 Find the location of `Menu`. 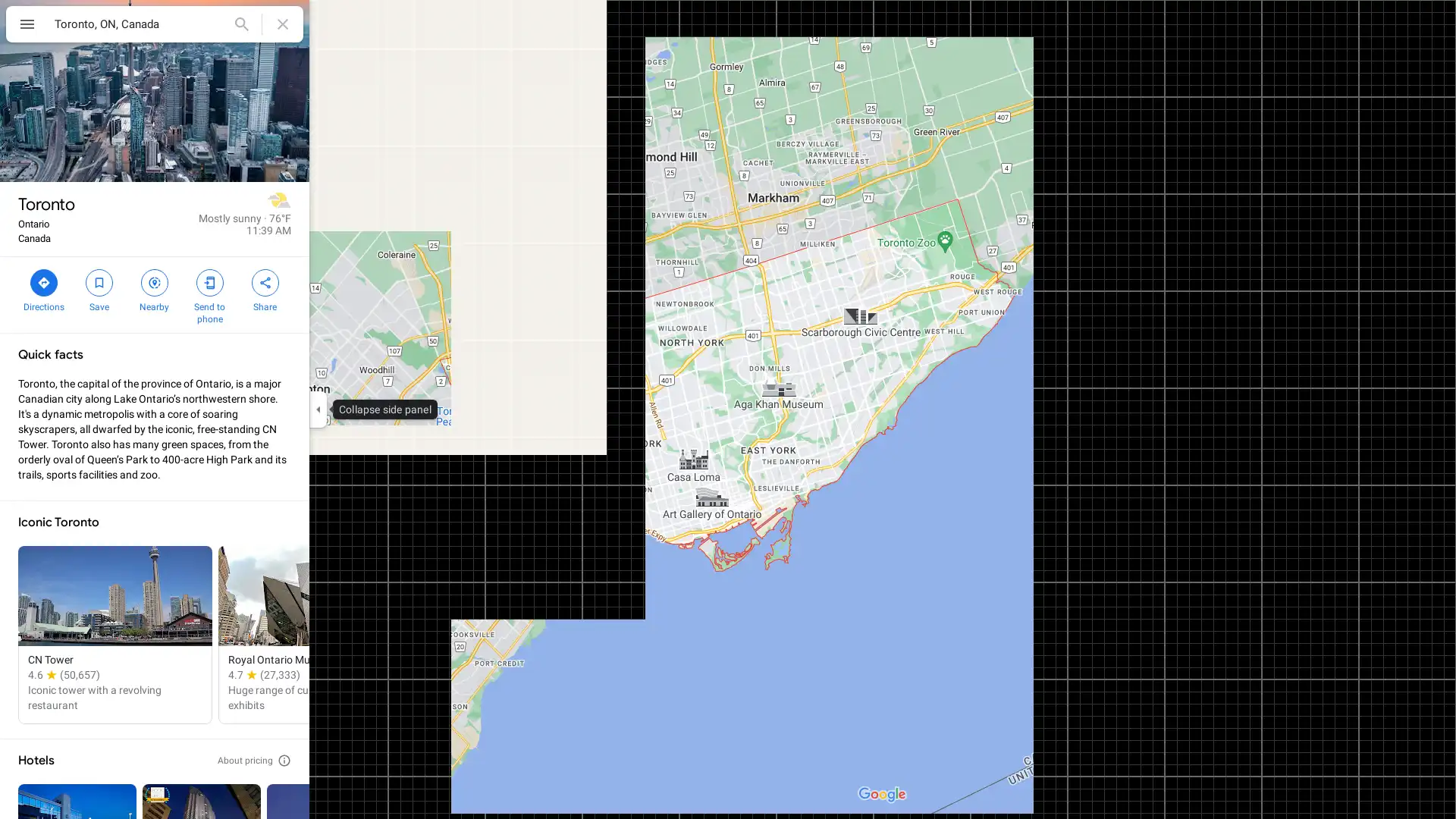

Menu is located at coordinates (27, 26).